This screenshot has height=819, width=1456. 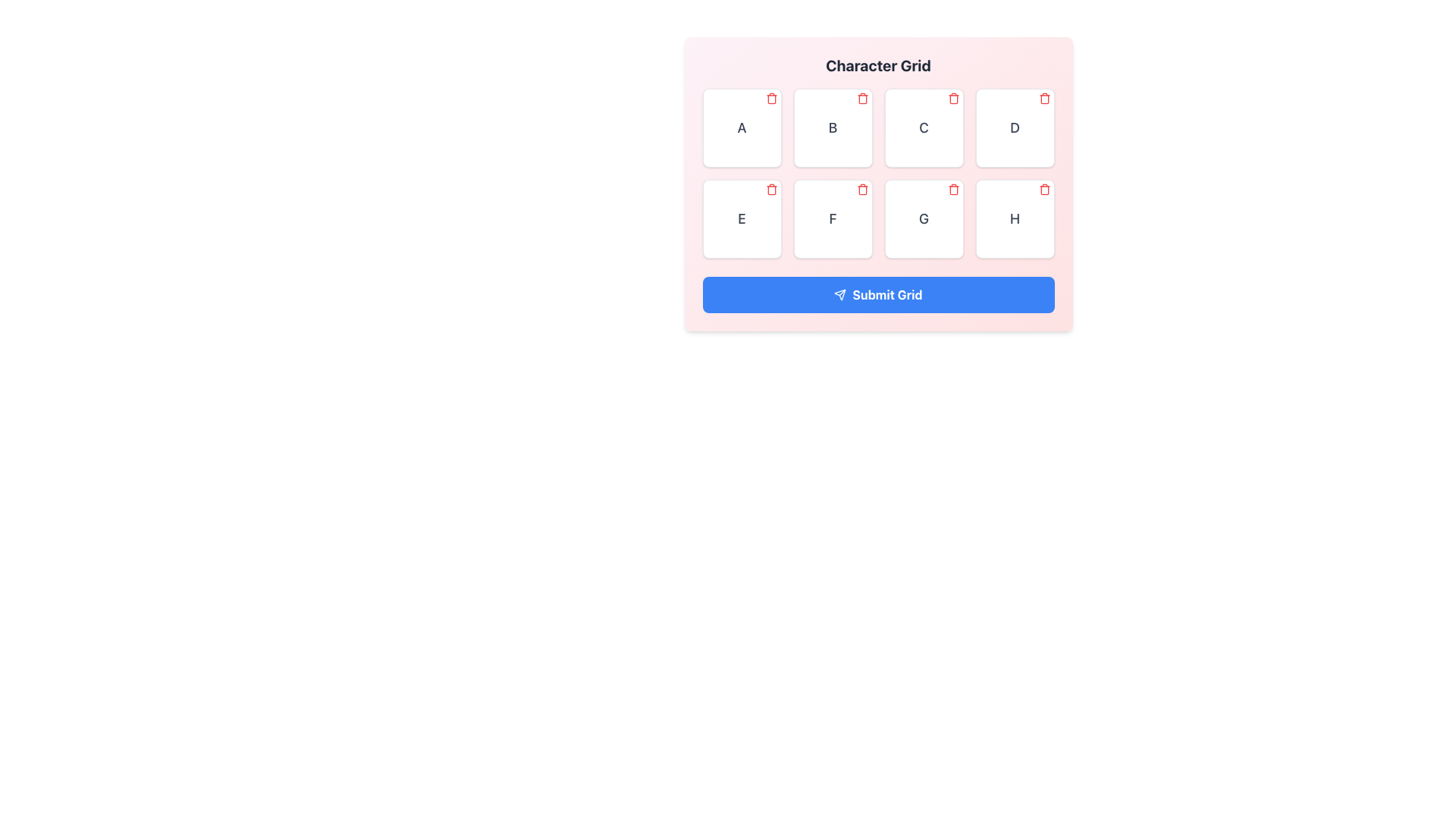 I want to click on the Grid cell containing the letter 'H' with a delete icon, so click(x=1015, y=219).